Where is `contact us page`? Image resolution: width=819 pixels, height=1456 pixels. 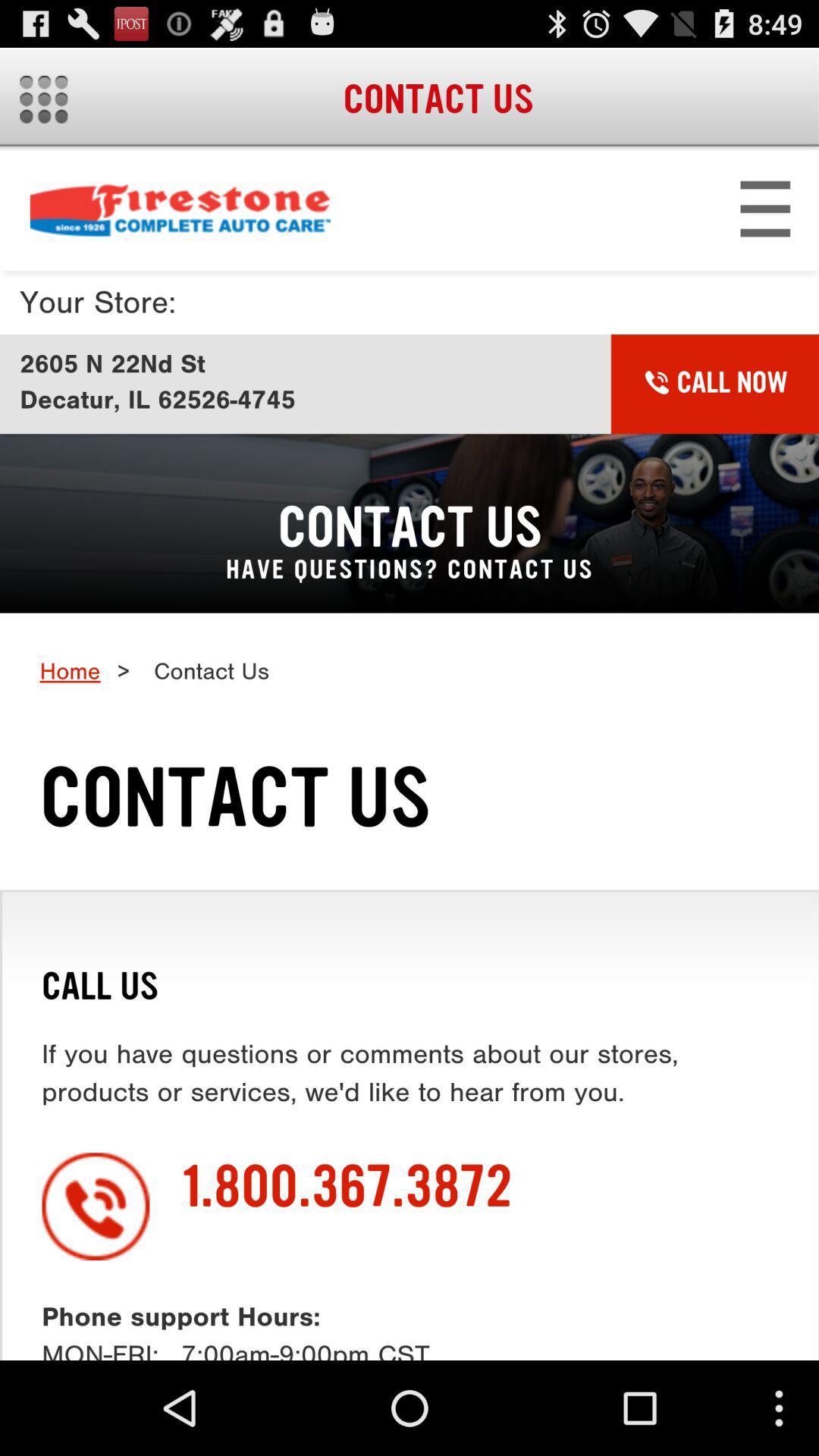
contact us page is located at coordinates (409, 755).